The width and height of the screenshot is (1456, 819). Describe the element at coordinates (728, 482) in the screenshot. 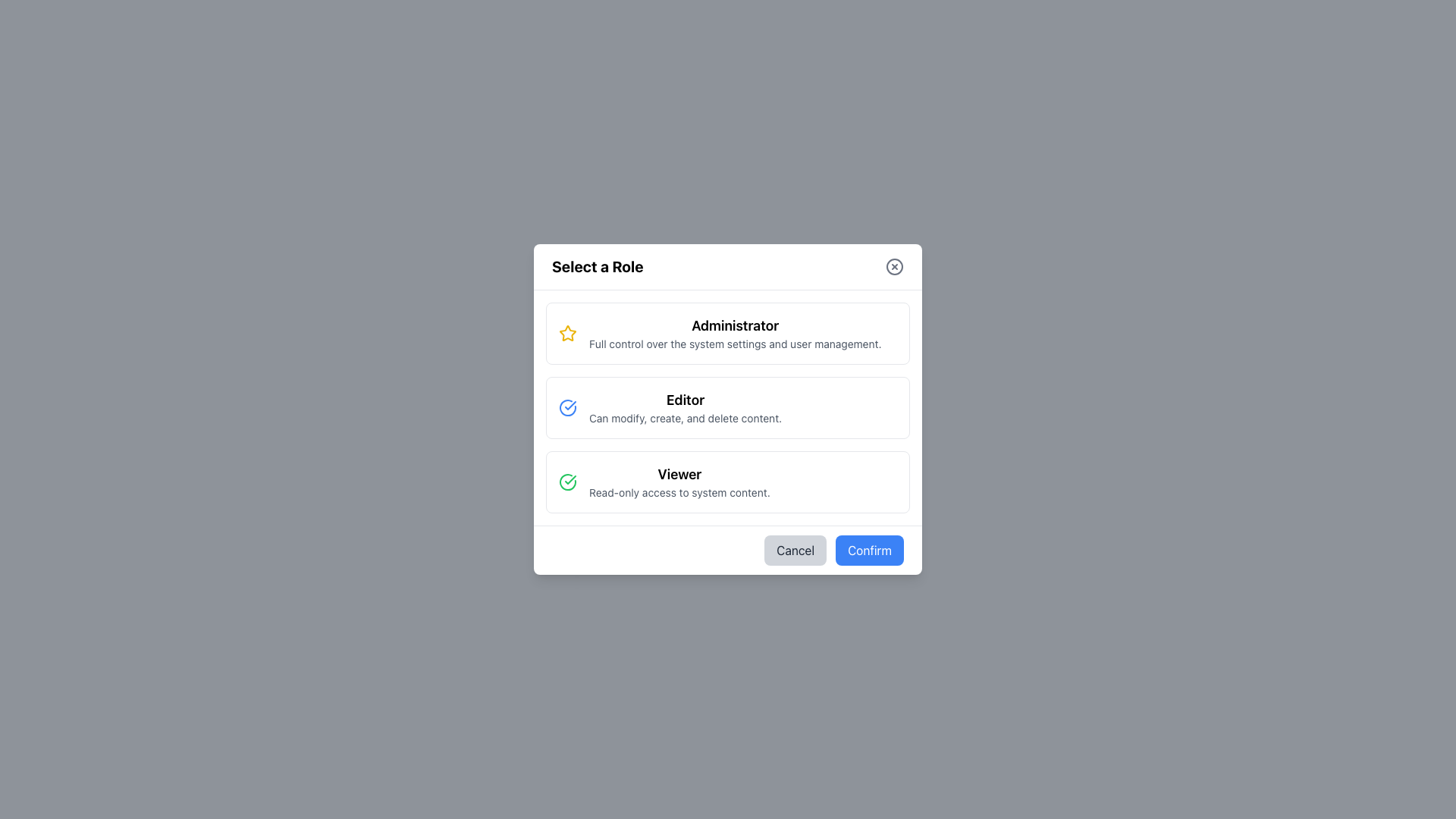

I see `the 'Viewer' role option in the 'Select a Role' dialog box` at that location.